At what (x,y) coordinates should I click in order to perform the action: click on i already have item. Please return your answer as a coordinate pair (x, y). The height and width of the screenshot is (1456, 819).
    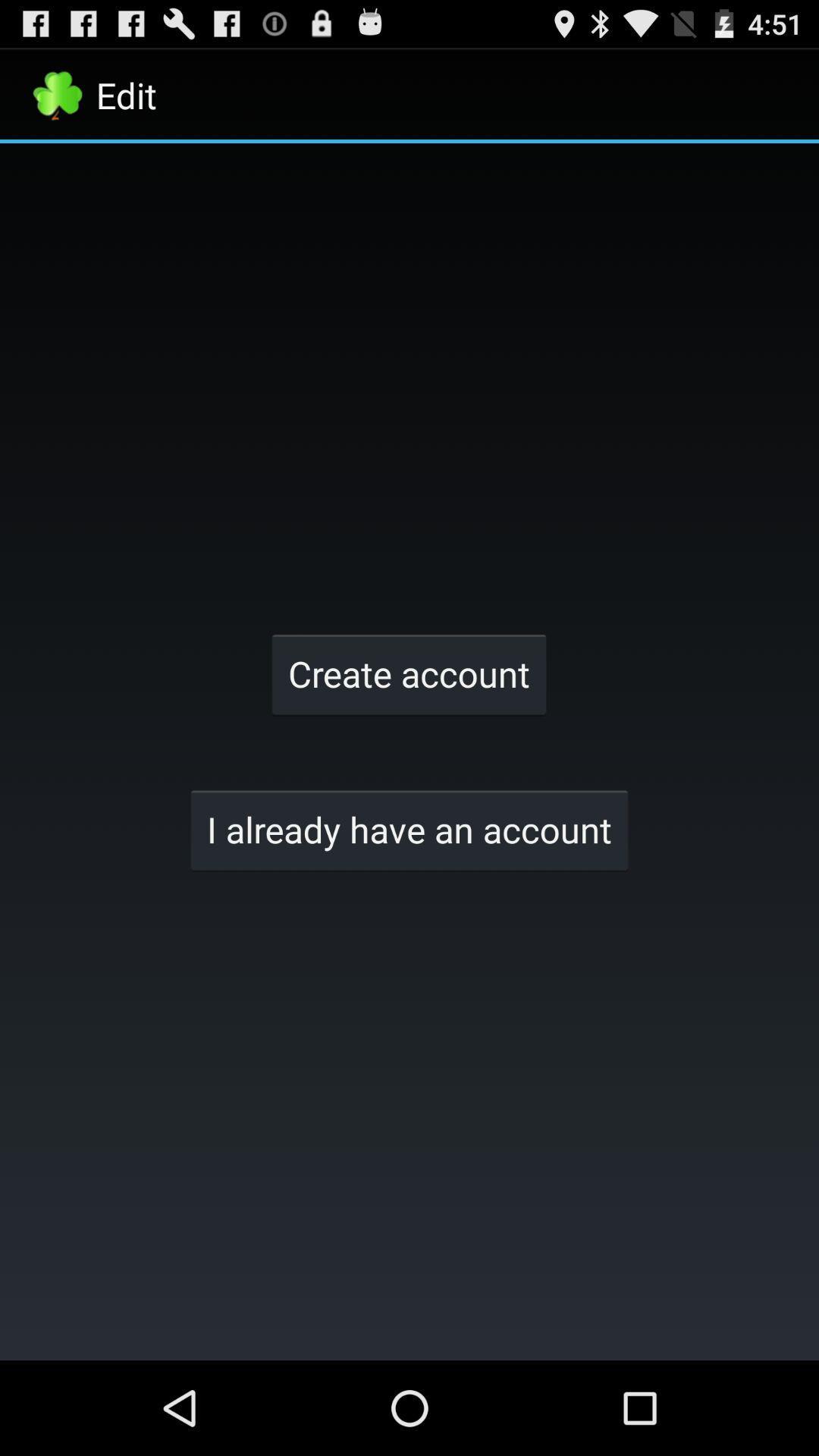
    Looking at the image, I should click on (409, 829).